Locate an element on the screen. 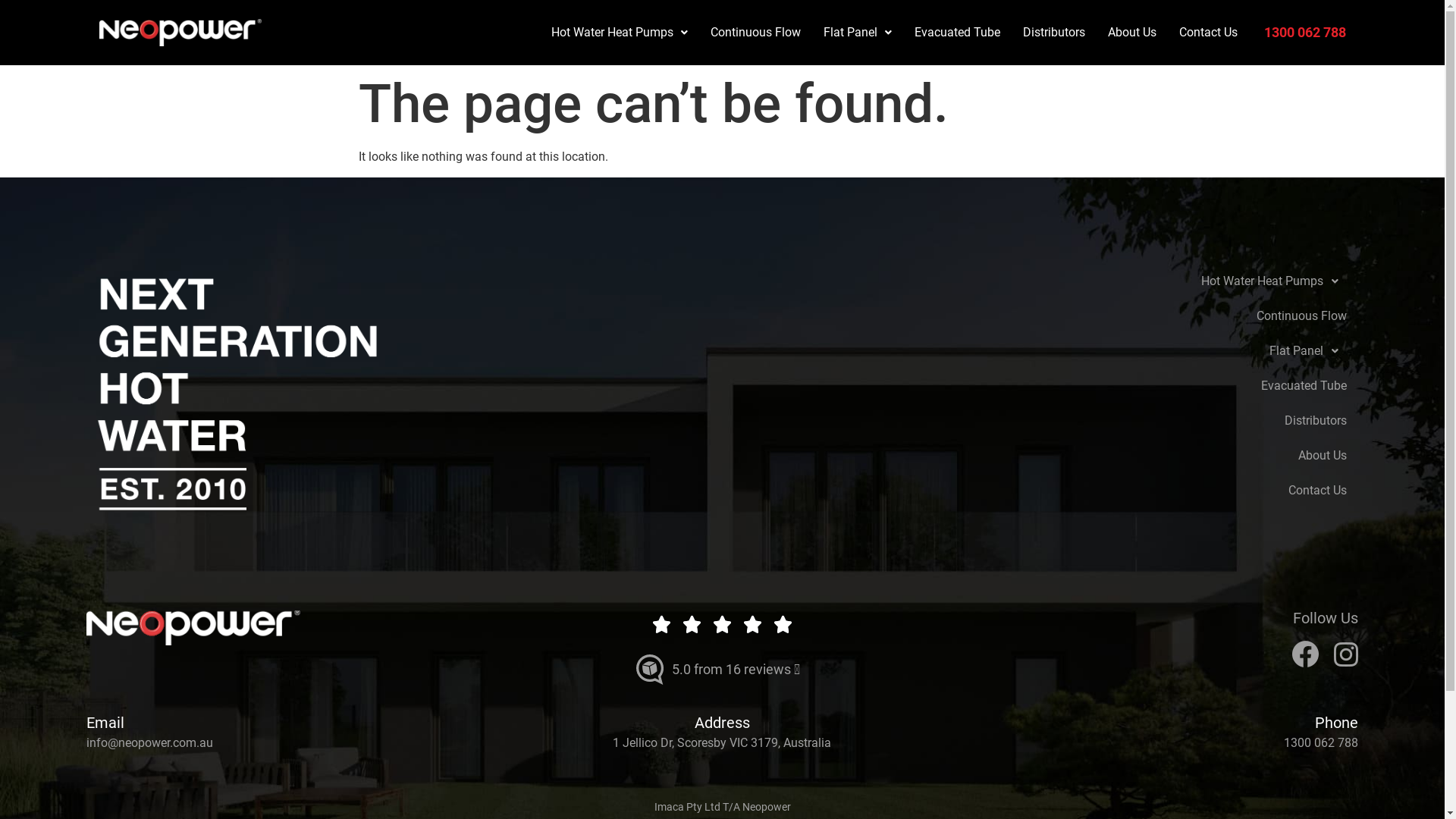 The image size is (1456, 819). 'Hot Water Heat Pumps' is located at coordinates (619, 32).